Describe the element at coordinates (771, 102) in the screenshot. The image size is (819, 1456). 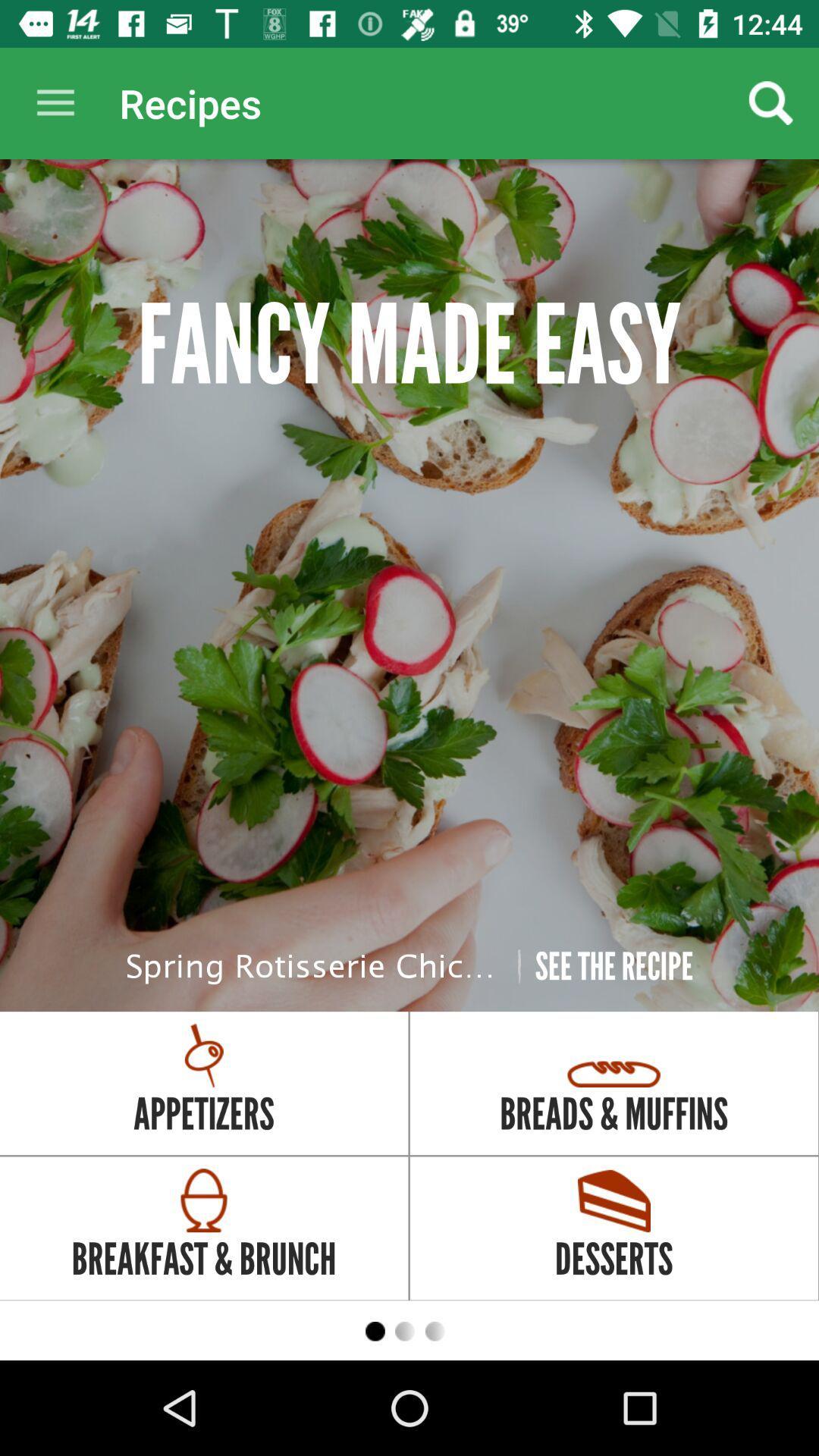
I see `the item to the right of the recipes app` at that location.